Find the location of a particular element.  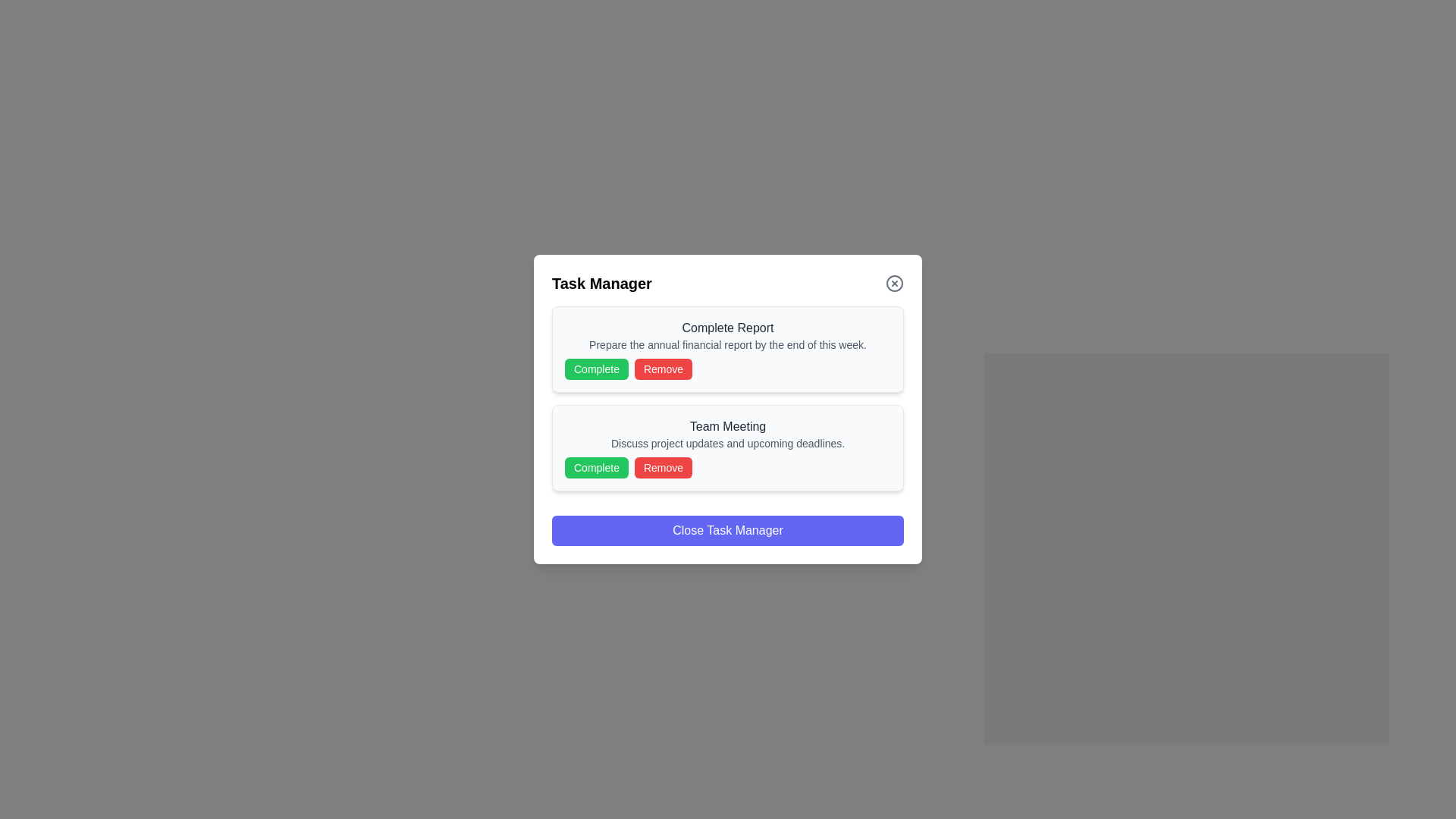

the wide, rectangular, indigo button with rounded corners labeled 'Close Task Manager' is located at coordinates (728, 529).